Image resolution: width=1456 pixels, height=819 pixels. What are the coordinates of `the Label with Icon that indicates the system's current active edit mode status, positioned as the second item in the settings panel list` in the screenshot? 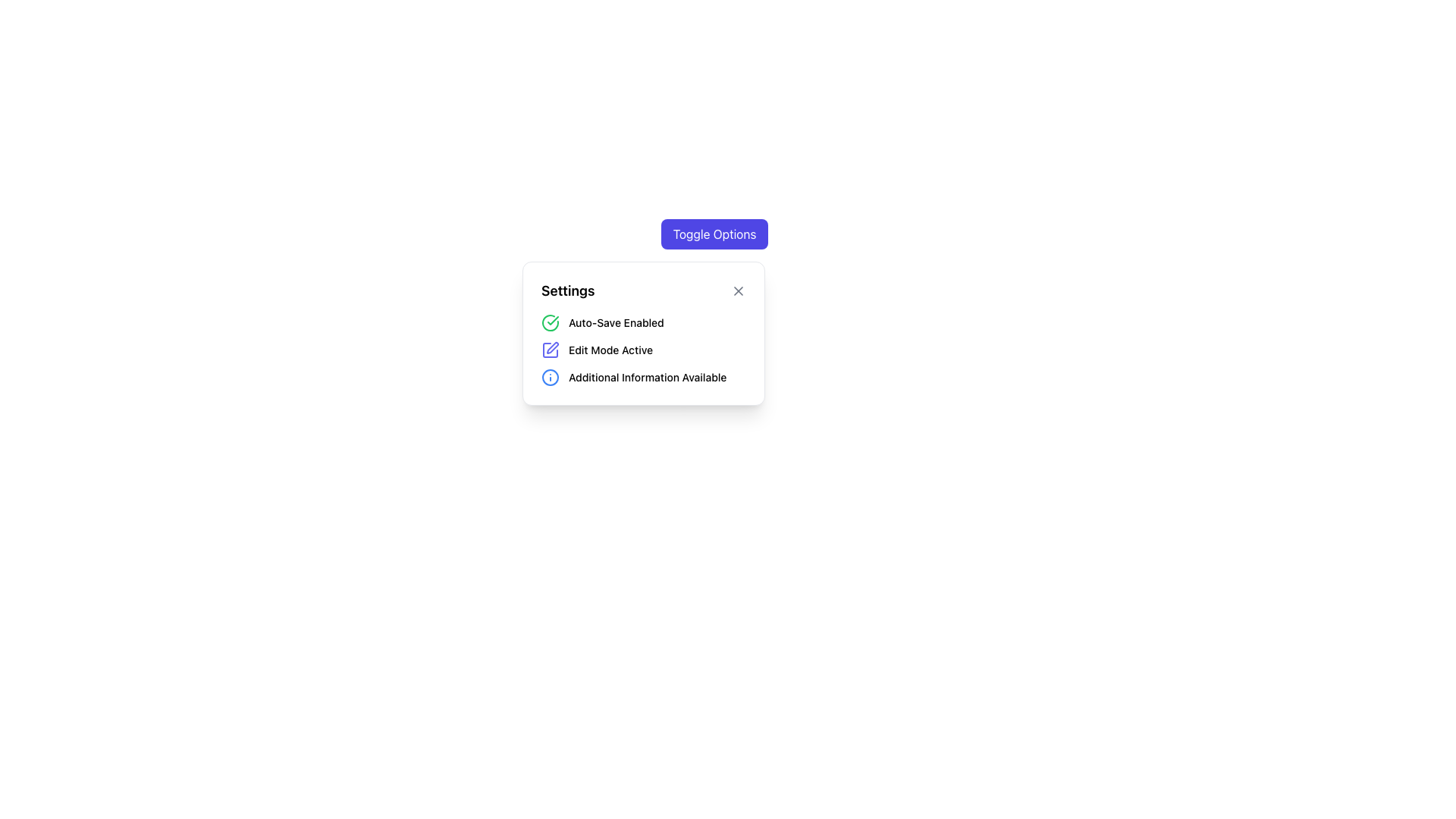 It's located at (644, 350).